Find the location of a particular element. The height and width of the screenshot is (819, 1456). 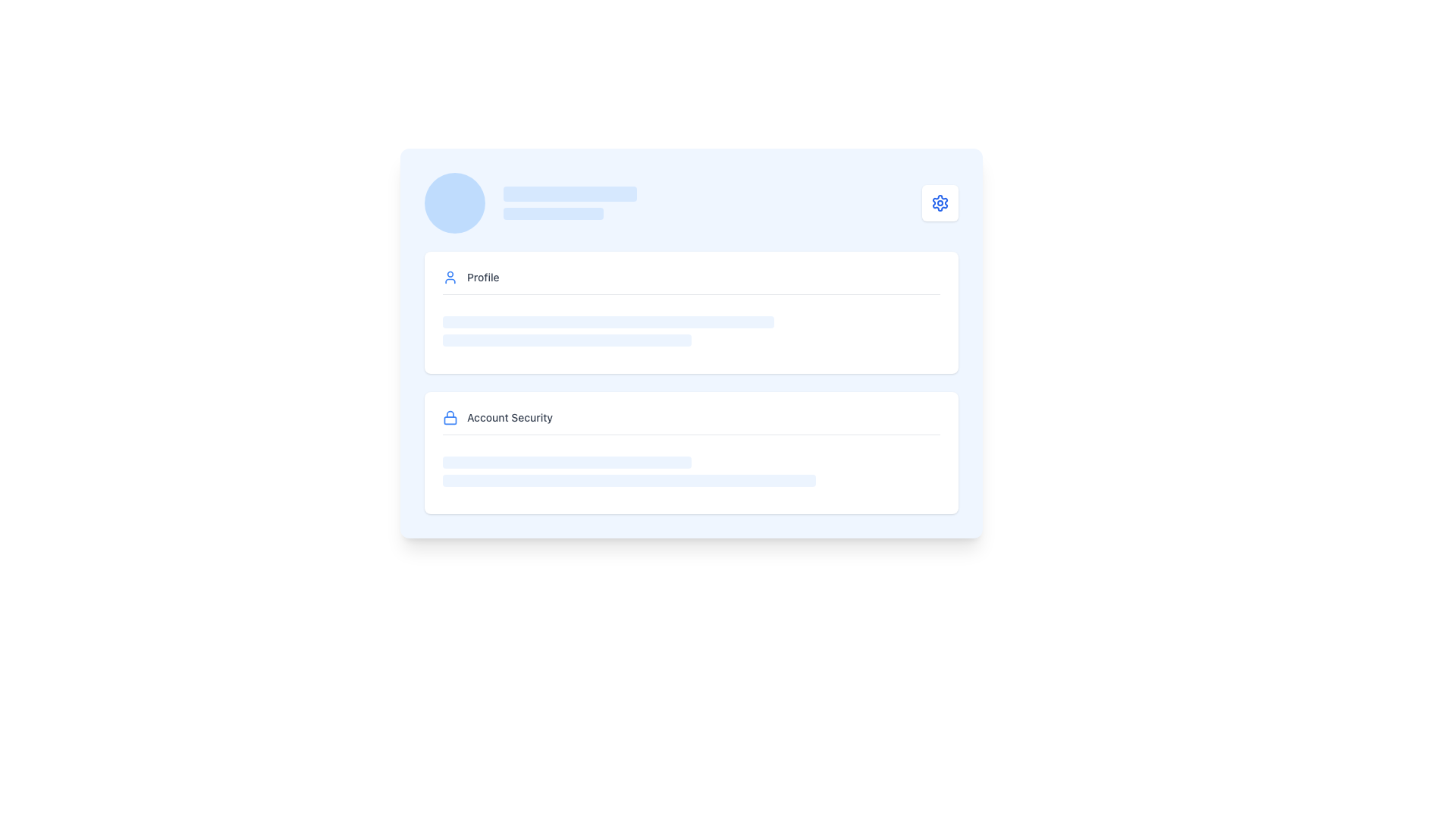

the blue user icon represented as a circular-head figure with shoulders, located at the leftmost side of the 'Profile' section is located at coordinates (450, 278).